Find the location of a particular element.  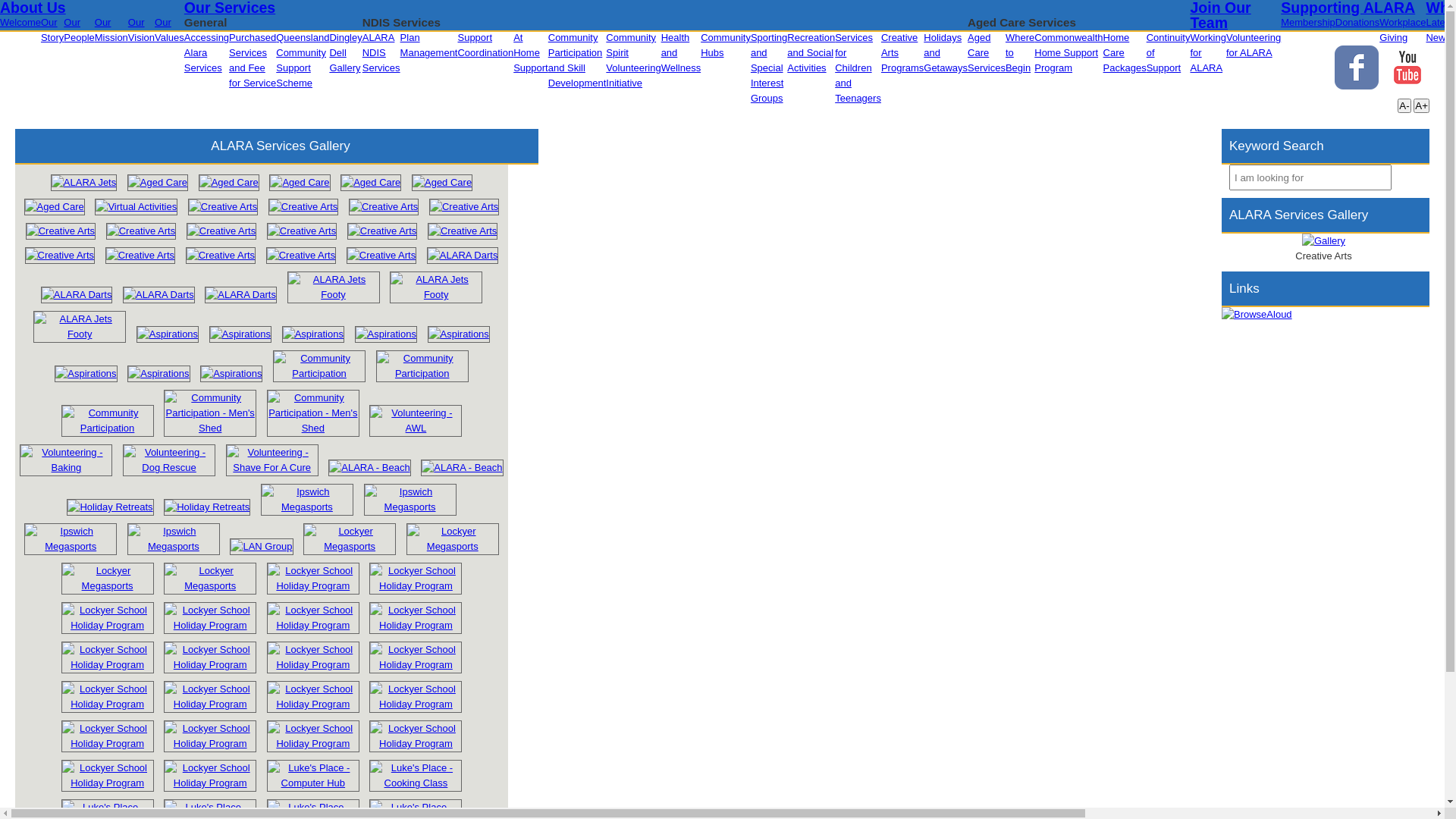

'ALARA NDIS Services' is located at coordinates (381, 52).